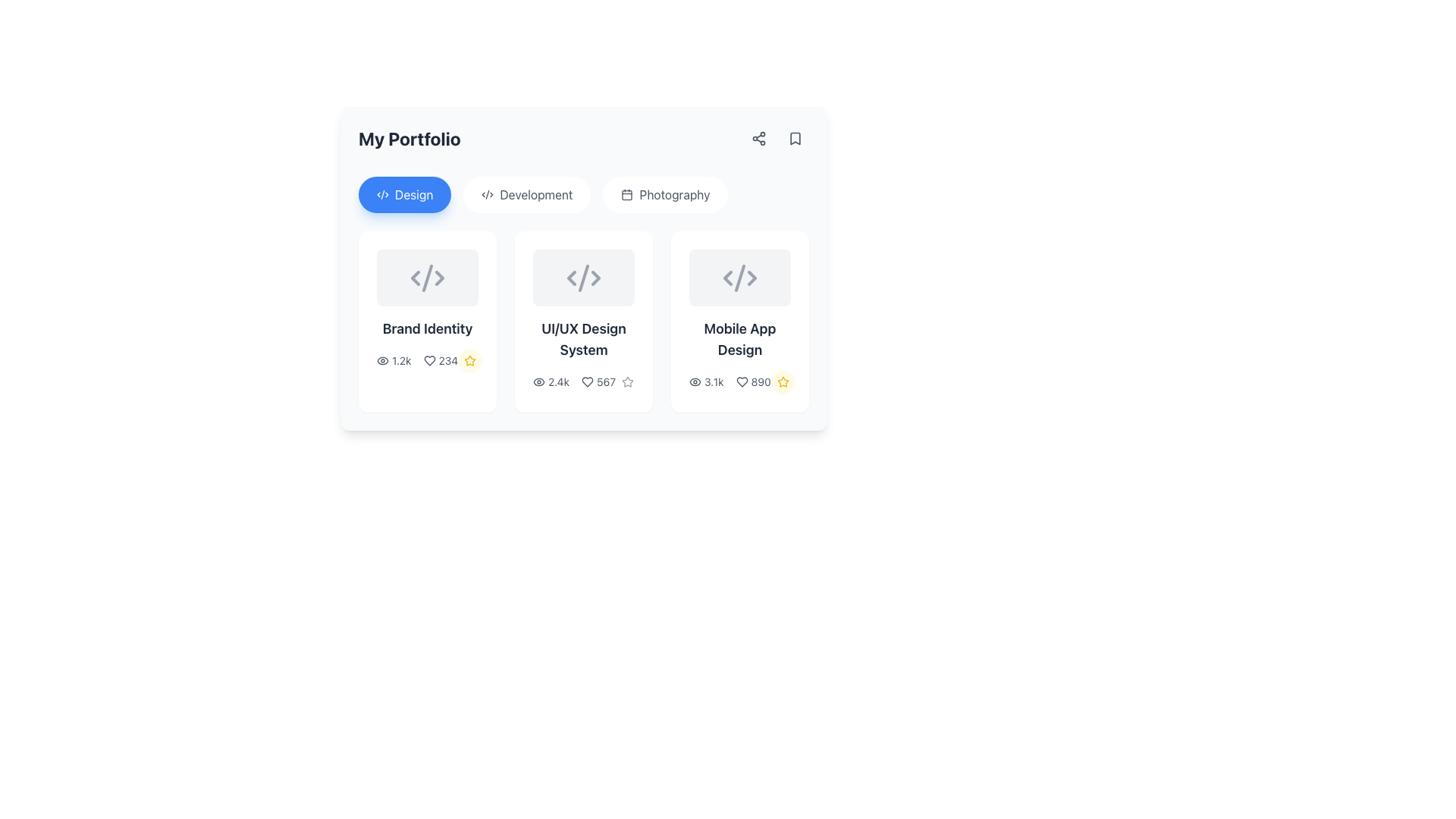 The width and height of the screenshot is (1456, 819). Describe the element at coordinates (666, 194) in the screenshot. I see `the photography navigation button, which is the third button in a horizontal sequence of three buttons` at that location.